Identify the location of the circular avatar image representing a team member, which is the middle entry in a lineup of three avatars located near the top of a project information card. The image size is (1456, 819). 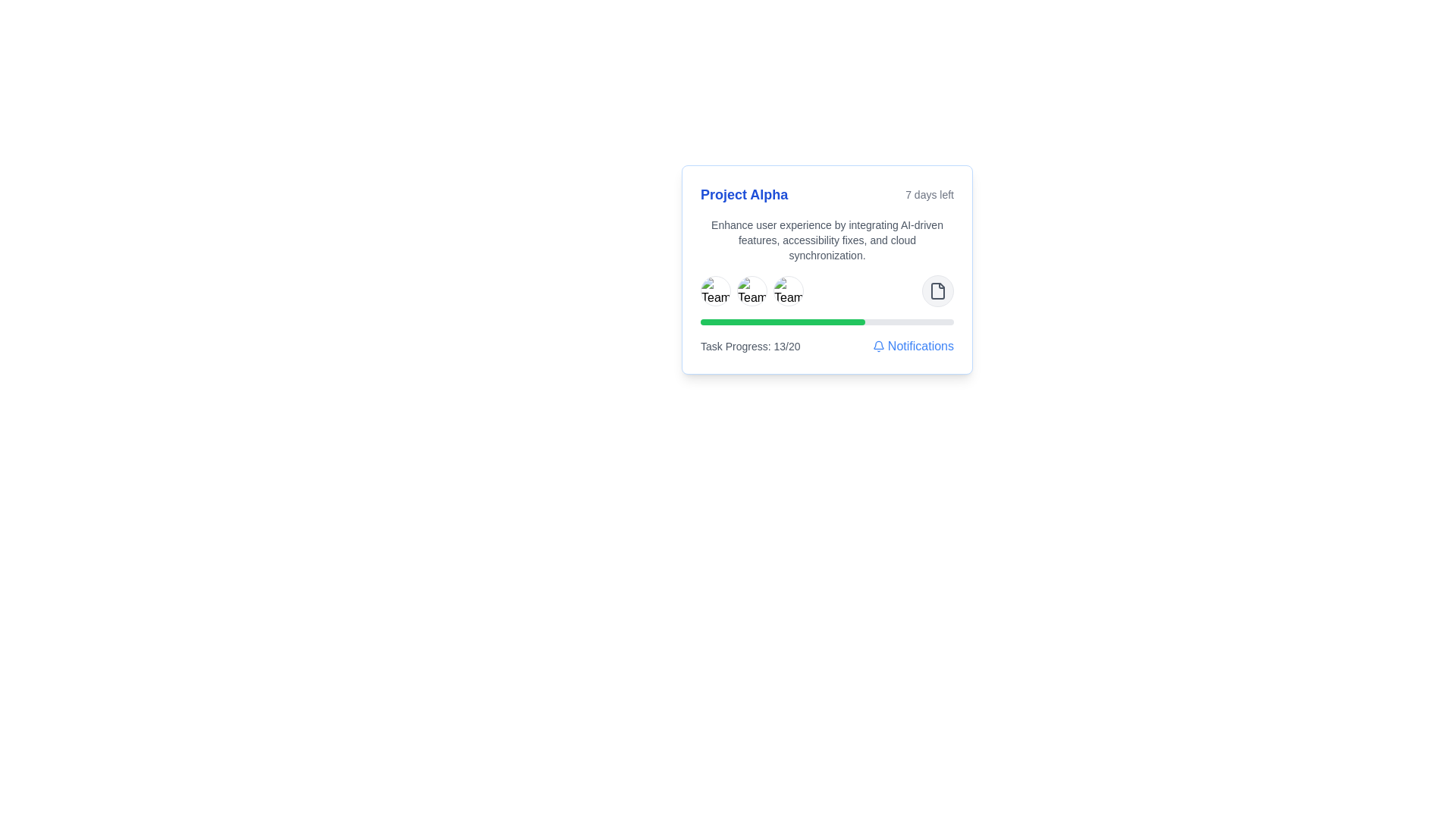
(752, 291).